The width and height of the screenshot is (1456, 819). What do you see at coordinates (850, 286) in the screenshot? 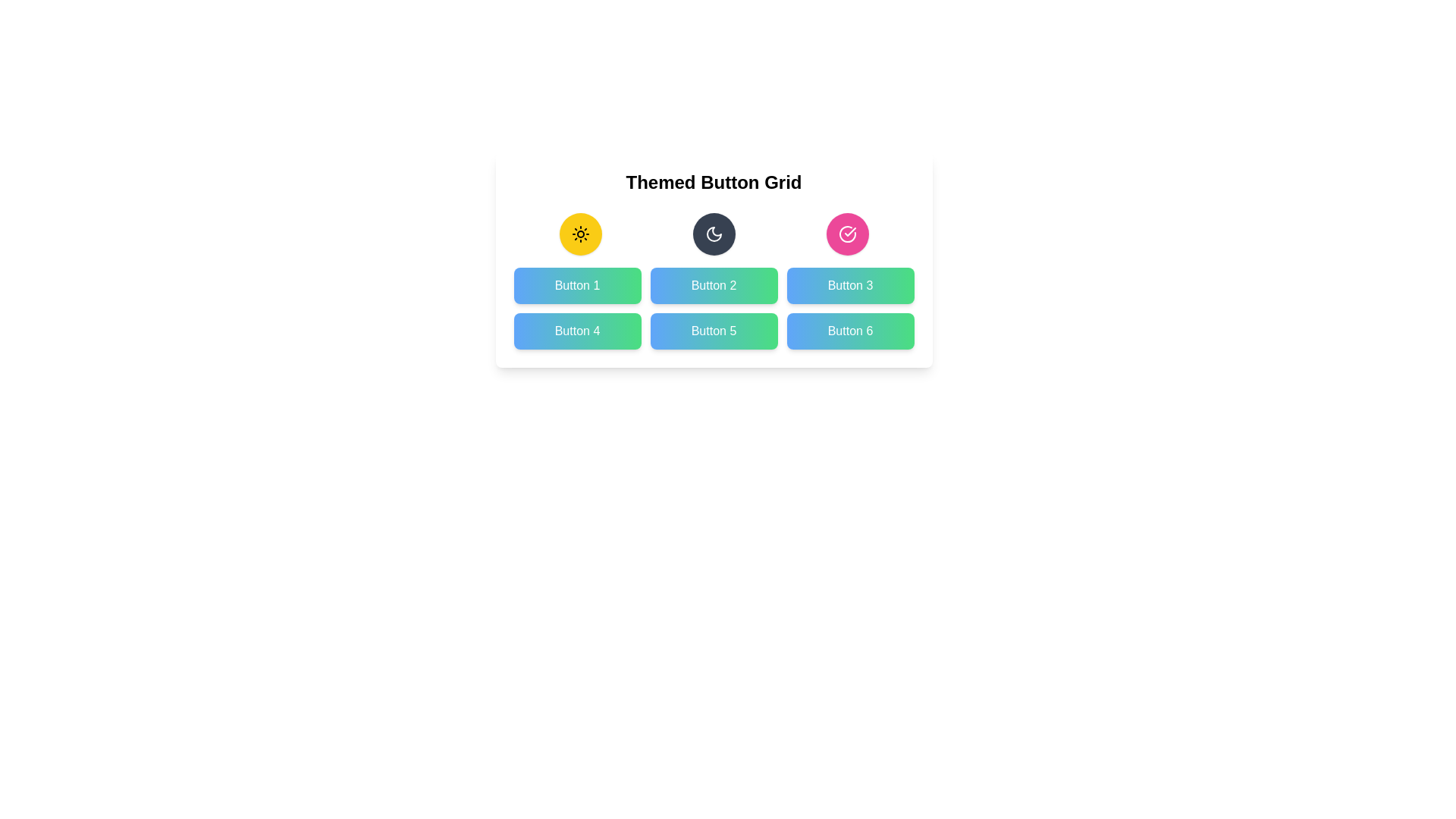
I see `the button labeled 'Button 3' to observe the hover effect, which enhances its scale and shadow` at bounding box center [850, 286].